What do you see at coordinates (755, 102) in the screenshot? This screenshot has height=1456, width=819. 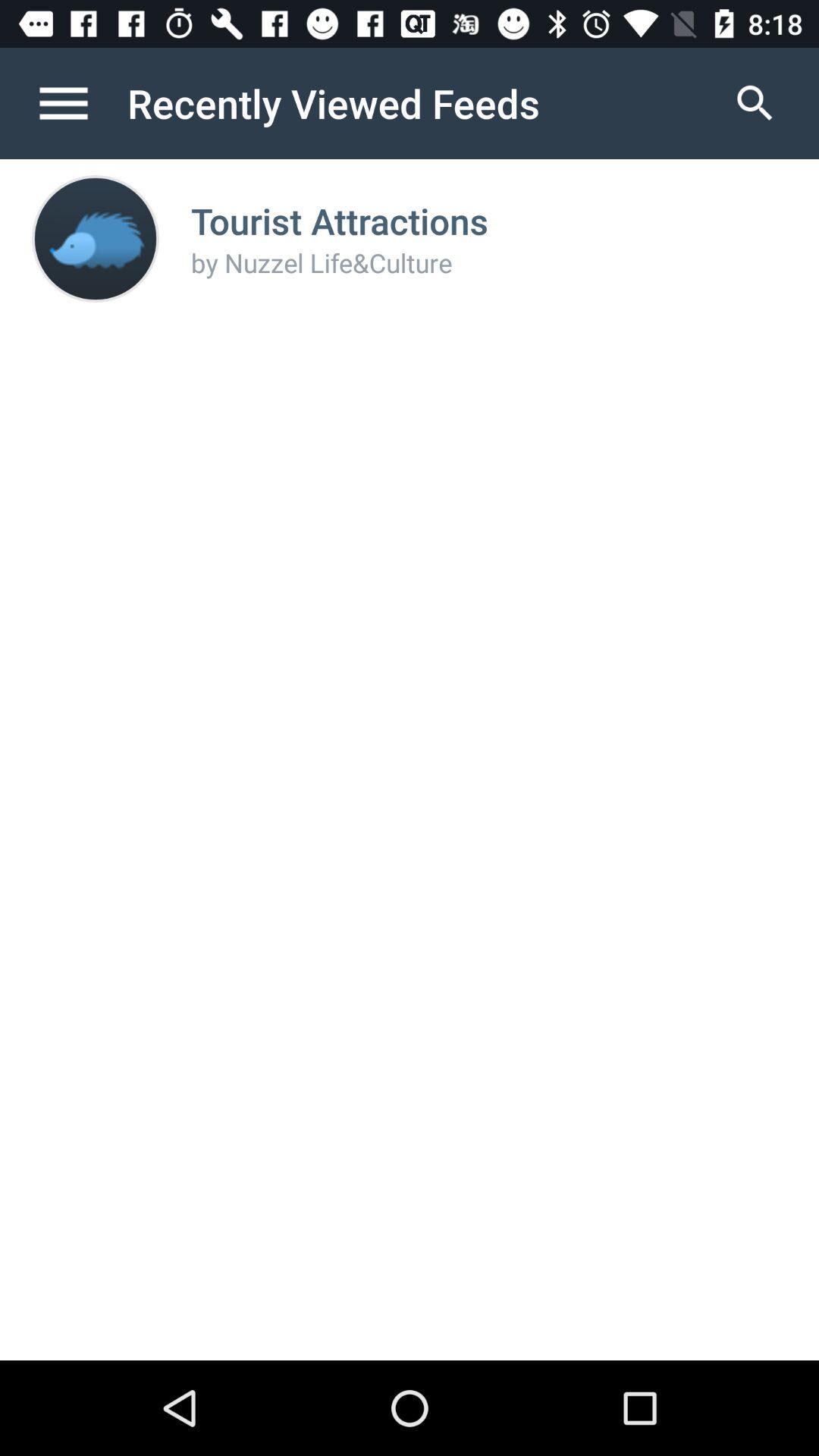 I see `the icon next to recently viewed feeds` at bounding box center [755, 102].